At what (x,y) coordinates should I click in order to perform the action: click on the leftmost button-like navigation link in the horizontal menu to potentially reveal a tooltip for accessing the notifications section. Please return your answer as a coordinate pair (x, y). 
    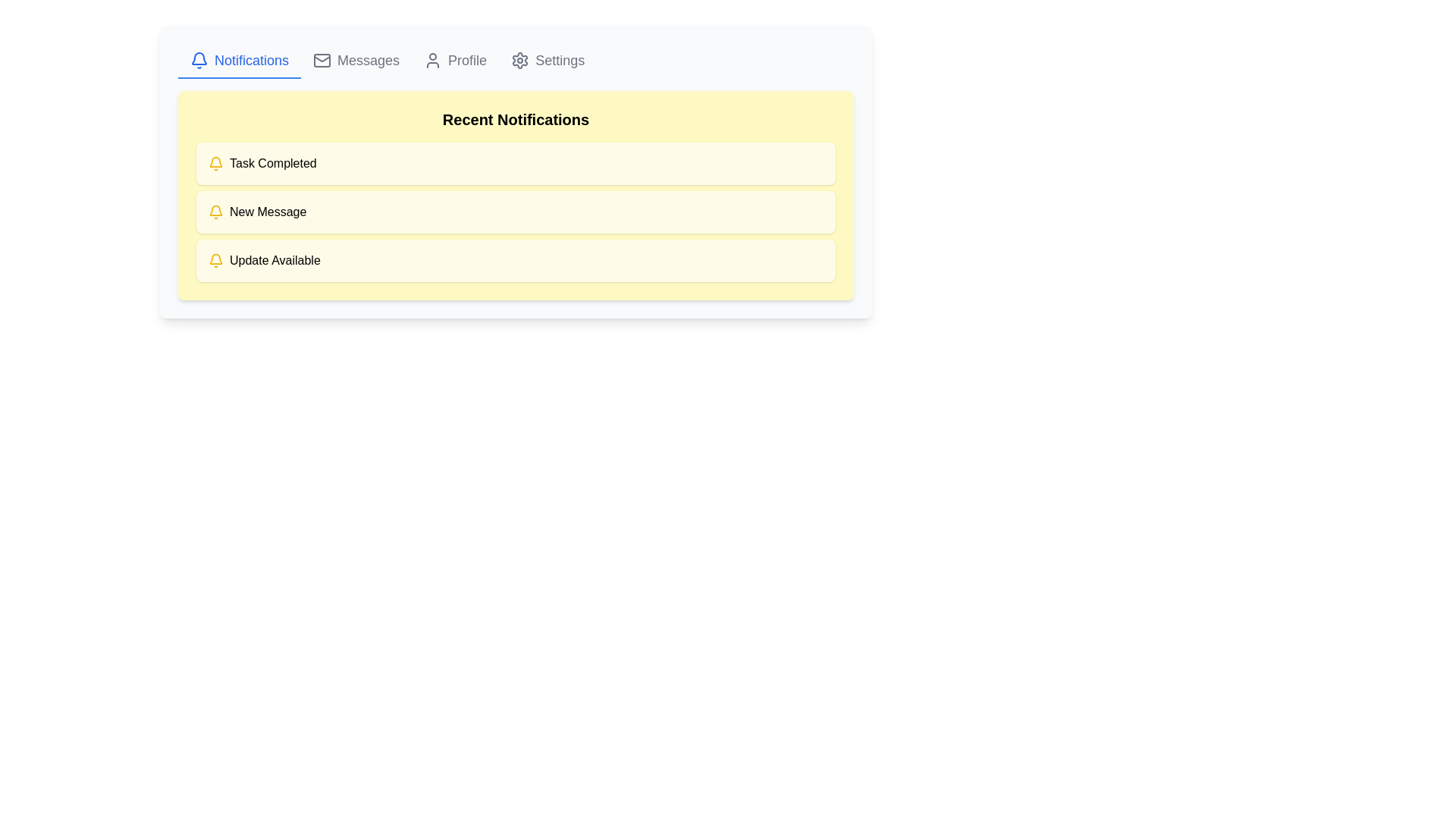
    Looking at the image, I should click on (239, 61).